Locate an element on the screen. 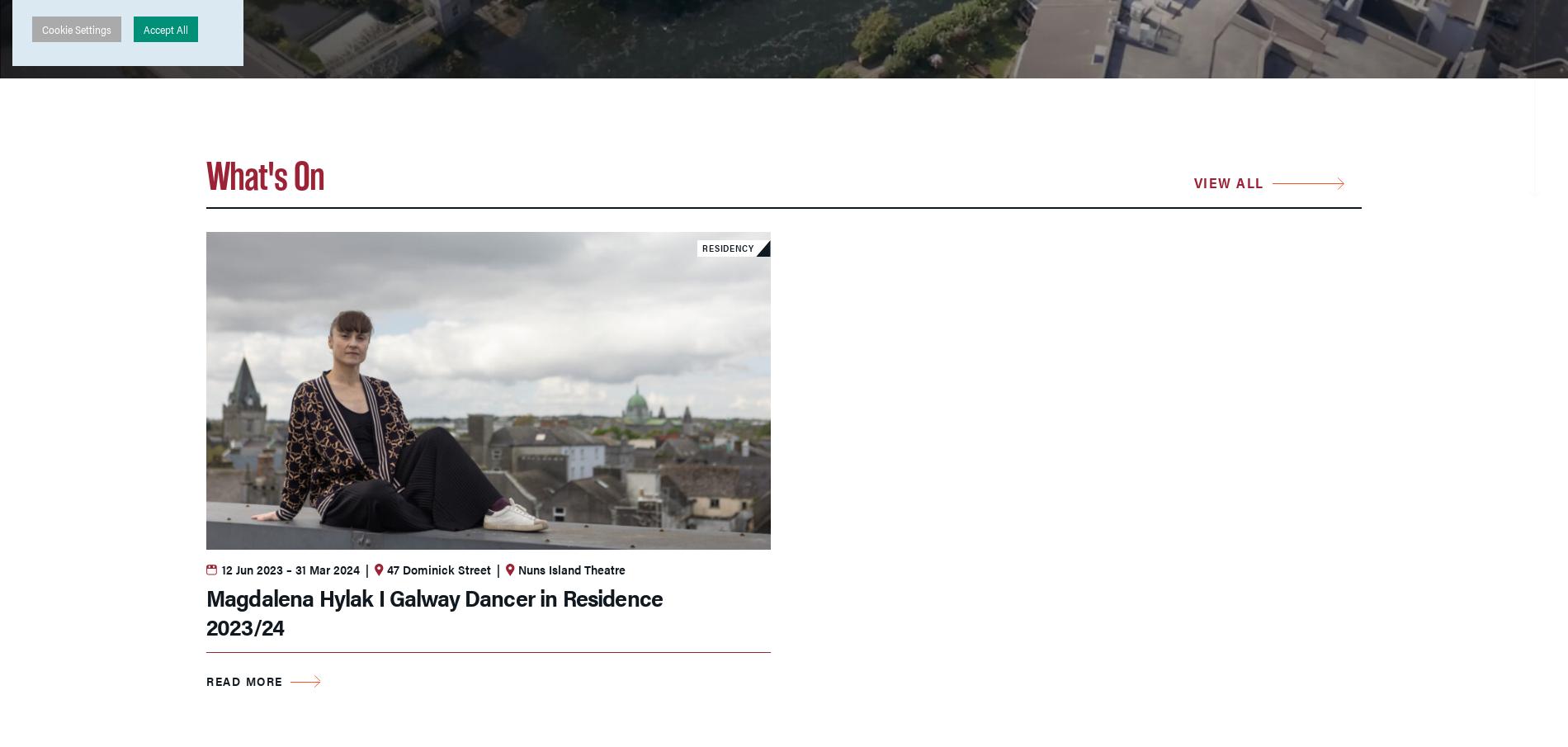 Image resolution: width=1568 pixels, height=747 pixels. 'Magdalena Hylak I Galway Dancer in Residence 2023/24' is located at coordinates (205, 610).